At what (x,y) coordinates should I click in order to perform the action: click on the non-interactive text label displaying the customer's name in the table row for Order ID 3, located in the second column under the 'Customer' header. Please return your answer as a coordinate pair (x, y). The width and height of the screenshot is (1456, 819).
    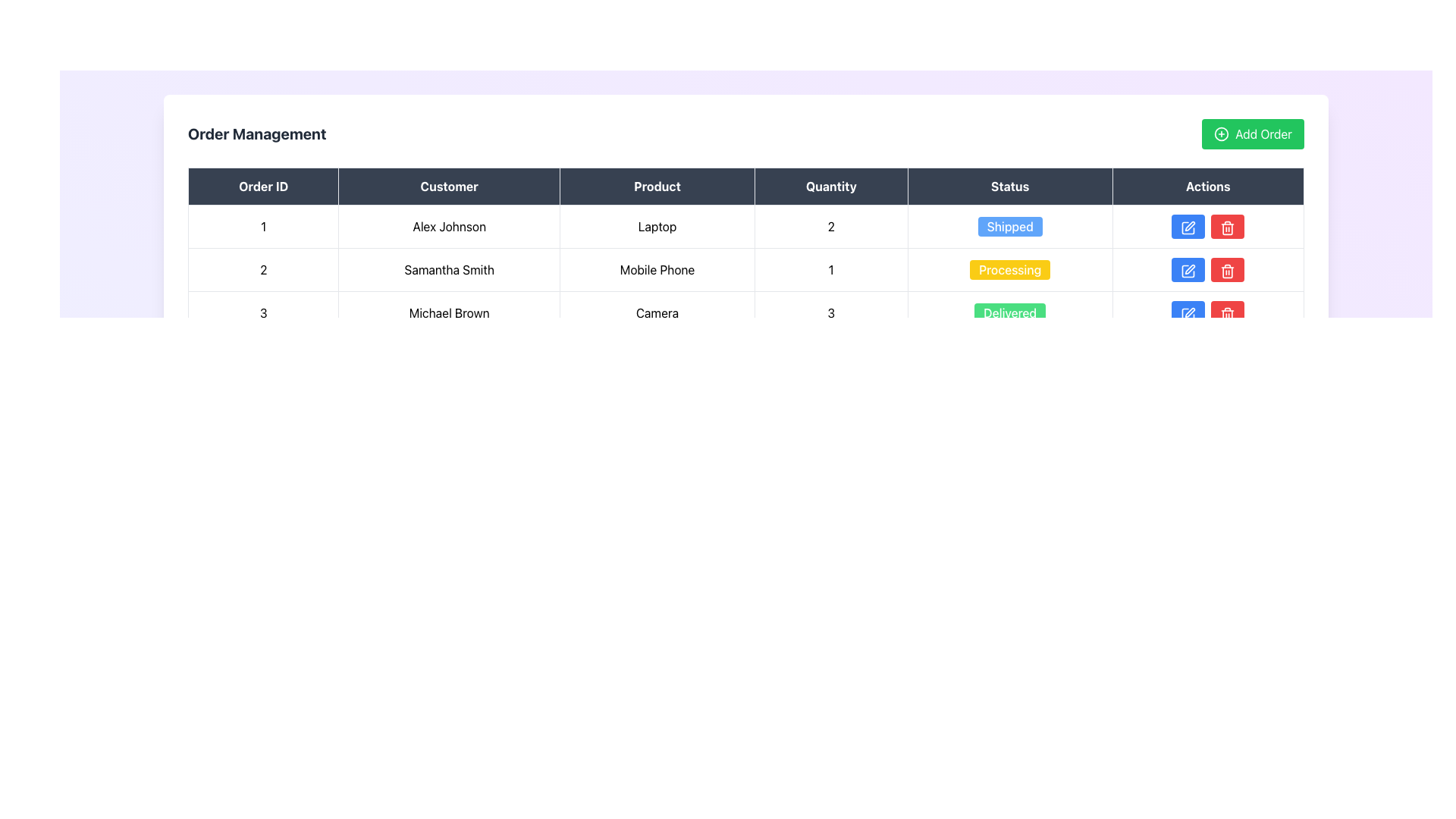
    Looking at the image, I should click on (448, 312).